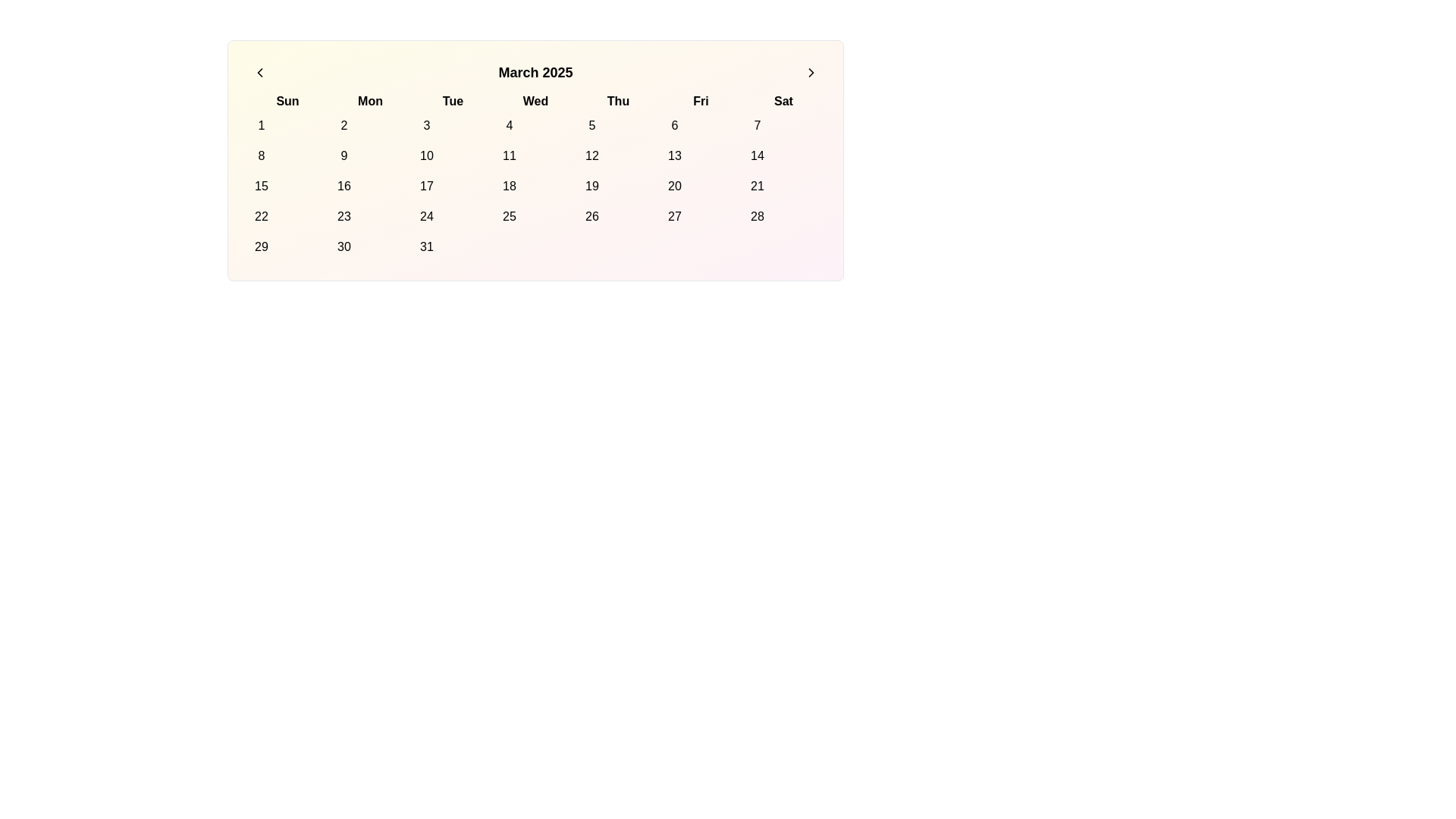  I want to click on the bold-text weekday label reading 'Wed', which is the fourth label in a row of seven weekday labels above the calendar grid, so click(535, 102).